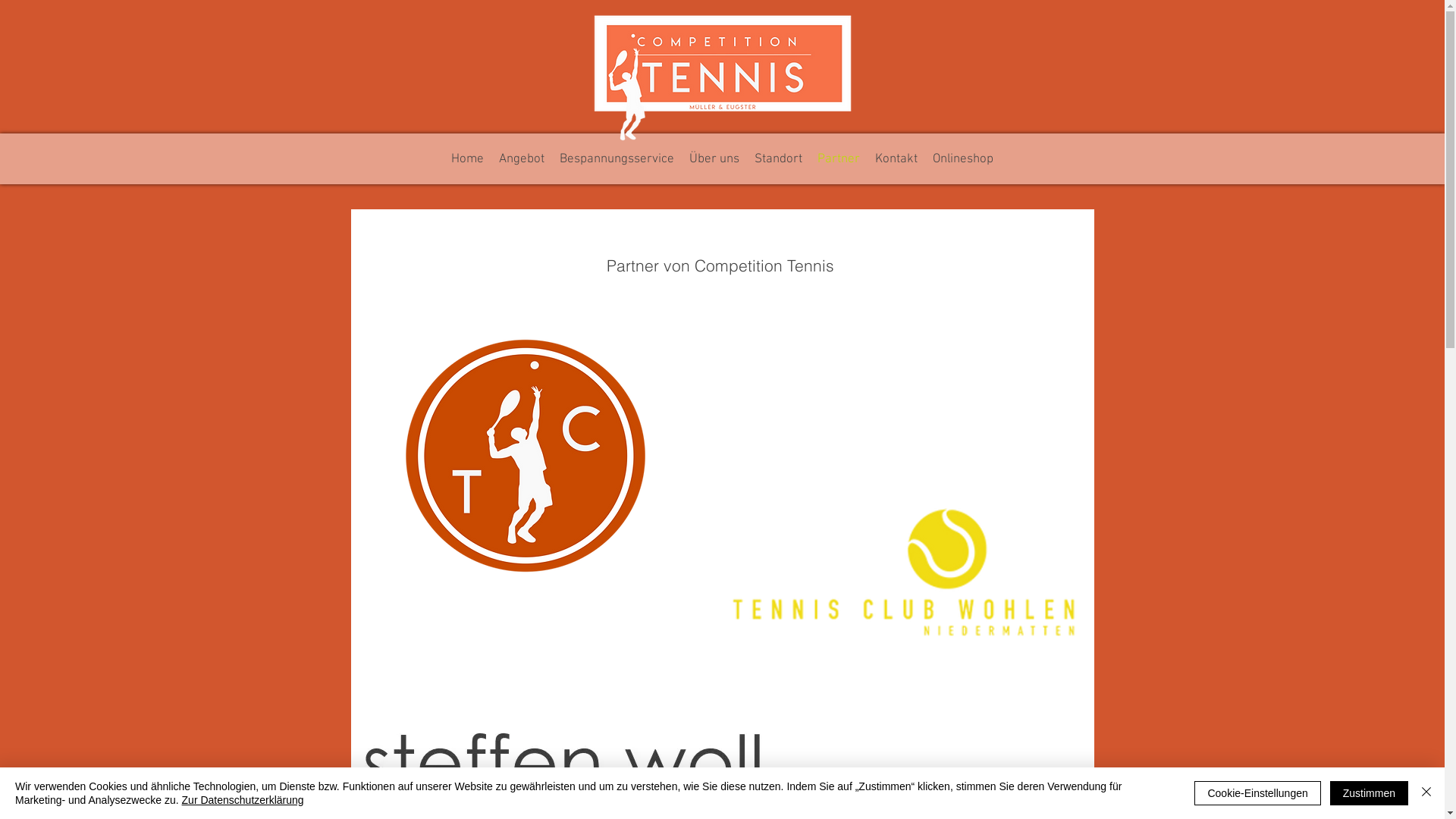  What do you see at coordinates (1257, 792) in the screenshot?
I see `'Cookie-Einstellungen'` at bounding box center [1257, 792].